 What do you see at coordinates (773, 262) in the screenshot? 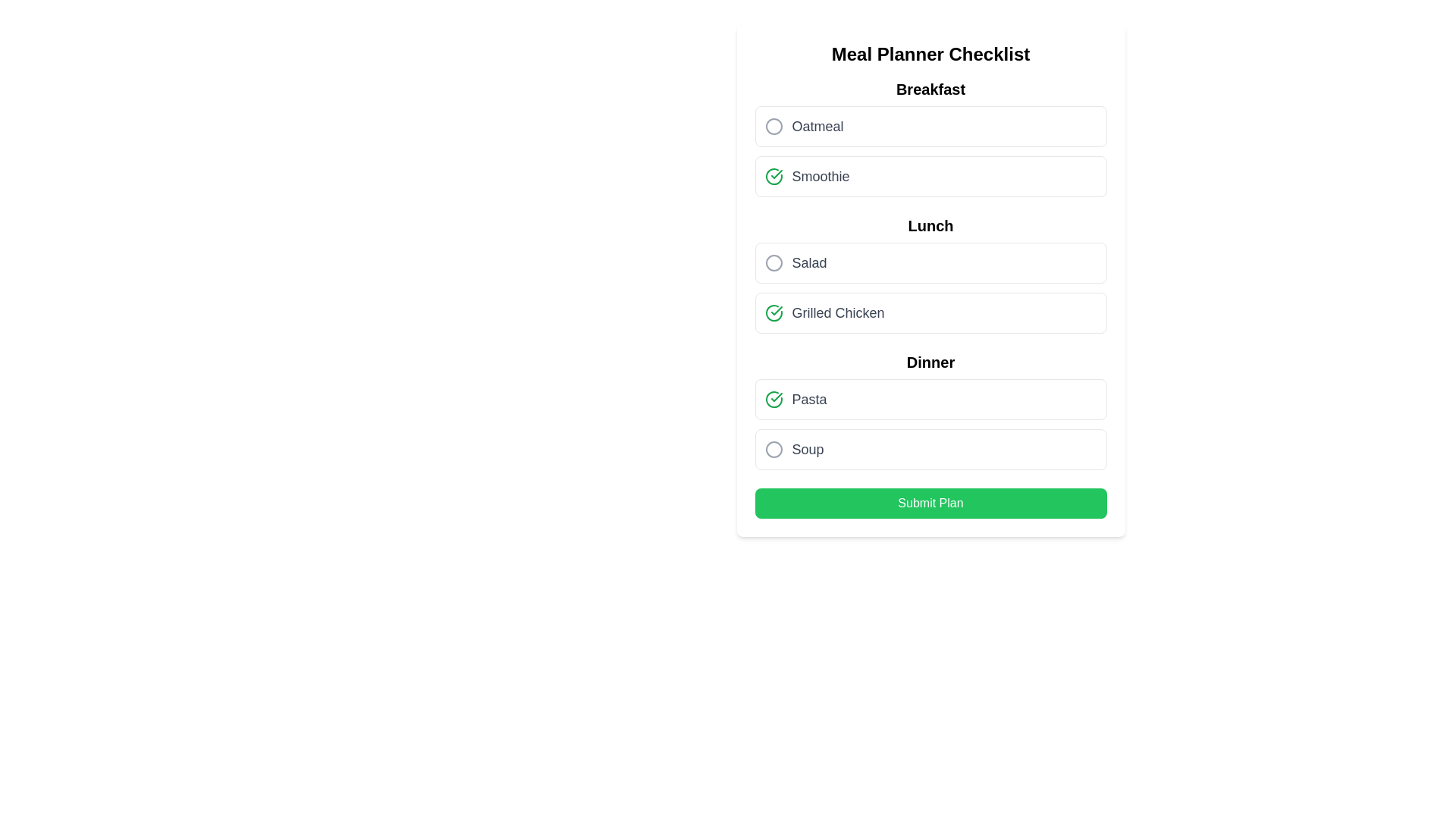
I see `the circular graphic element indicating the 'Salad' option in the Lunch section of the meal planner checklist` at bounding box center [773, 262].